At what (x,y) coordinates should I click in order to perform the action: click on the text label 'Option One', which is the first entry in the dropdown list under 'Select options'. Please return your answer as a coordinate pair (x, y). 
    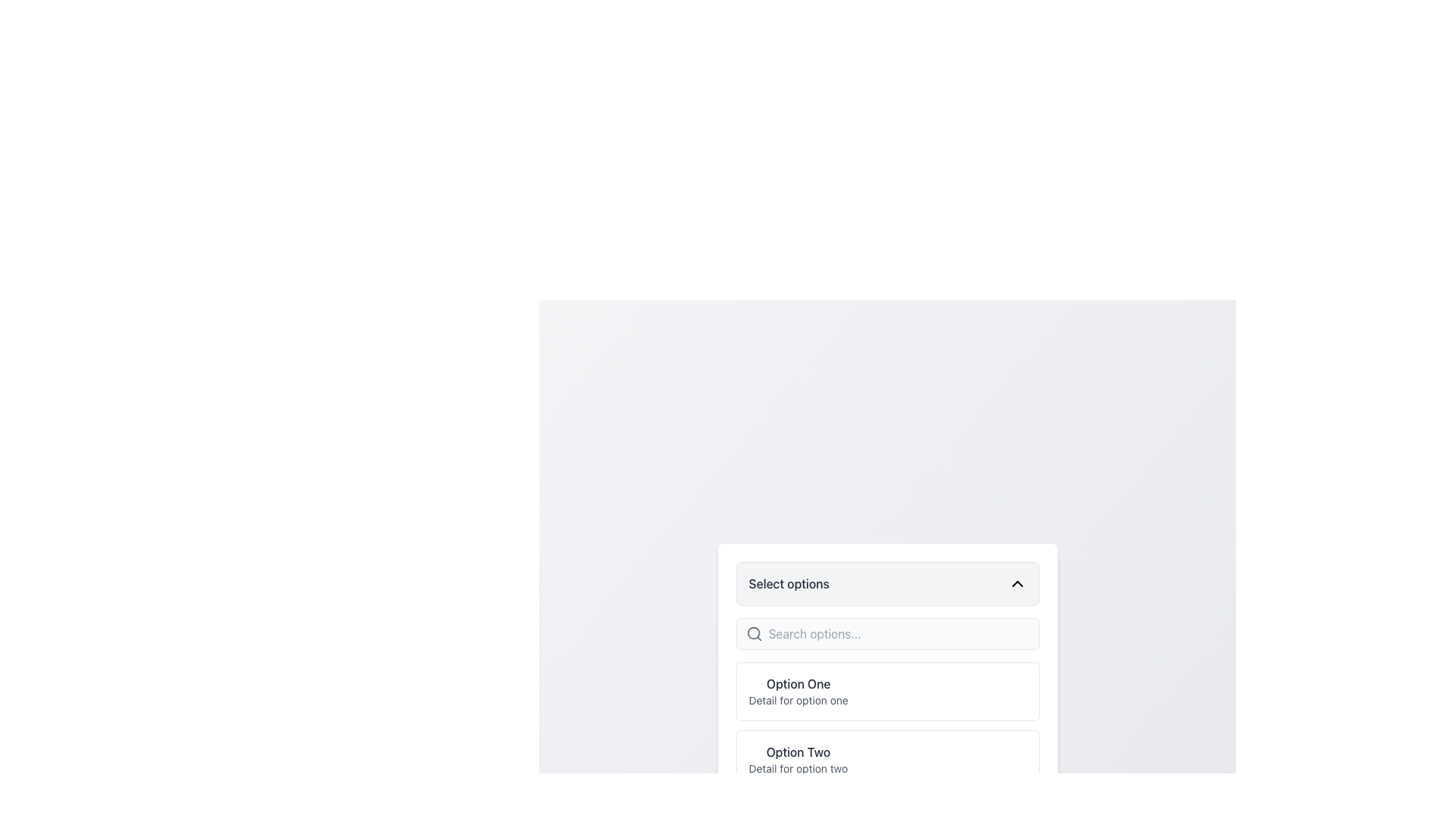
    Looking at the image, I should click on (798, 684).